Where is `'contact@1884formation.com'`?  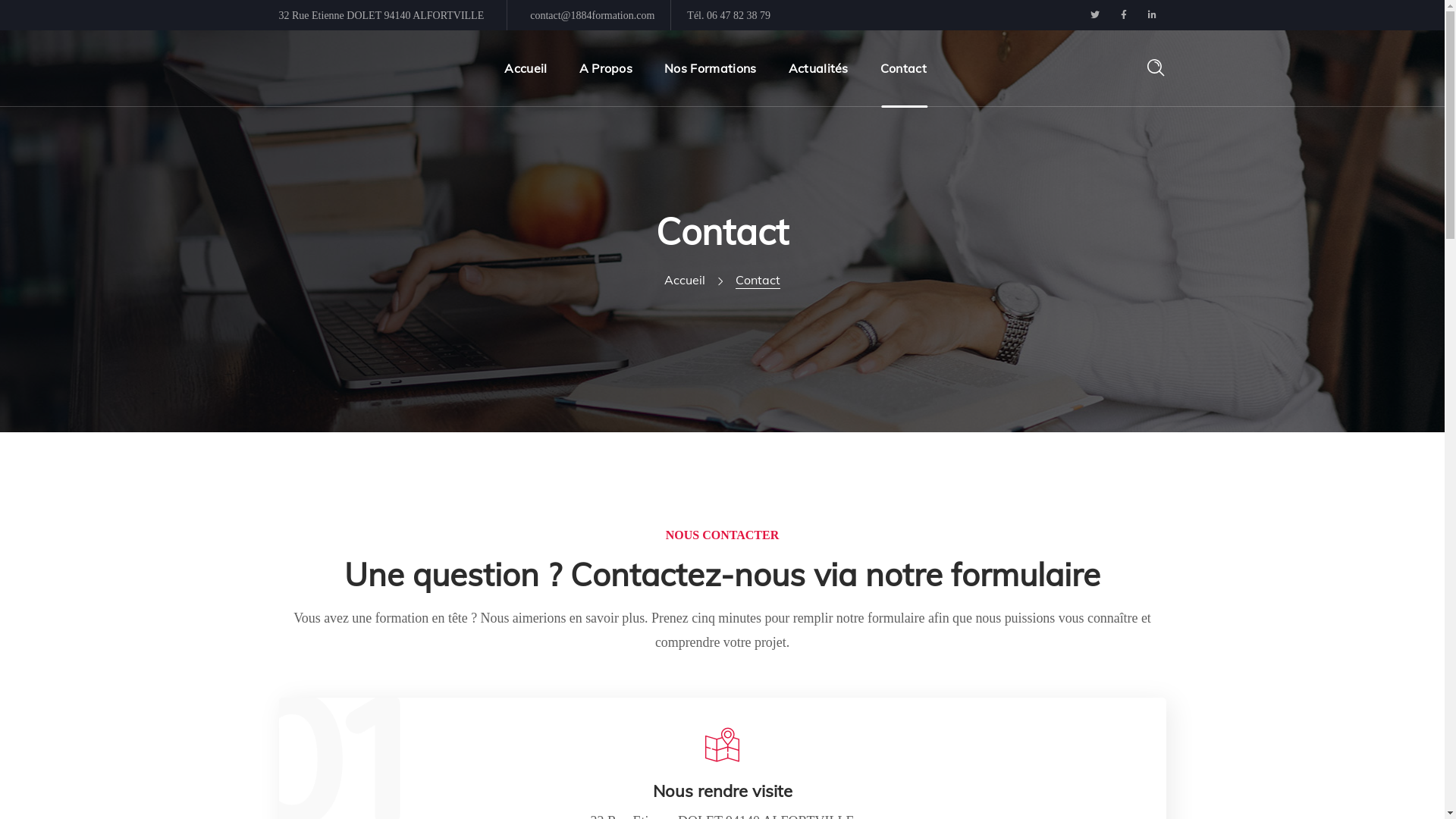
'contact@1884formation.com' is located at coordinates (591, 15).